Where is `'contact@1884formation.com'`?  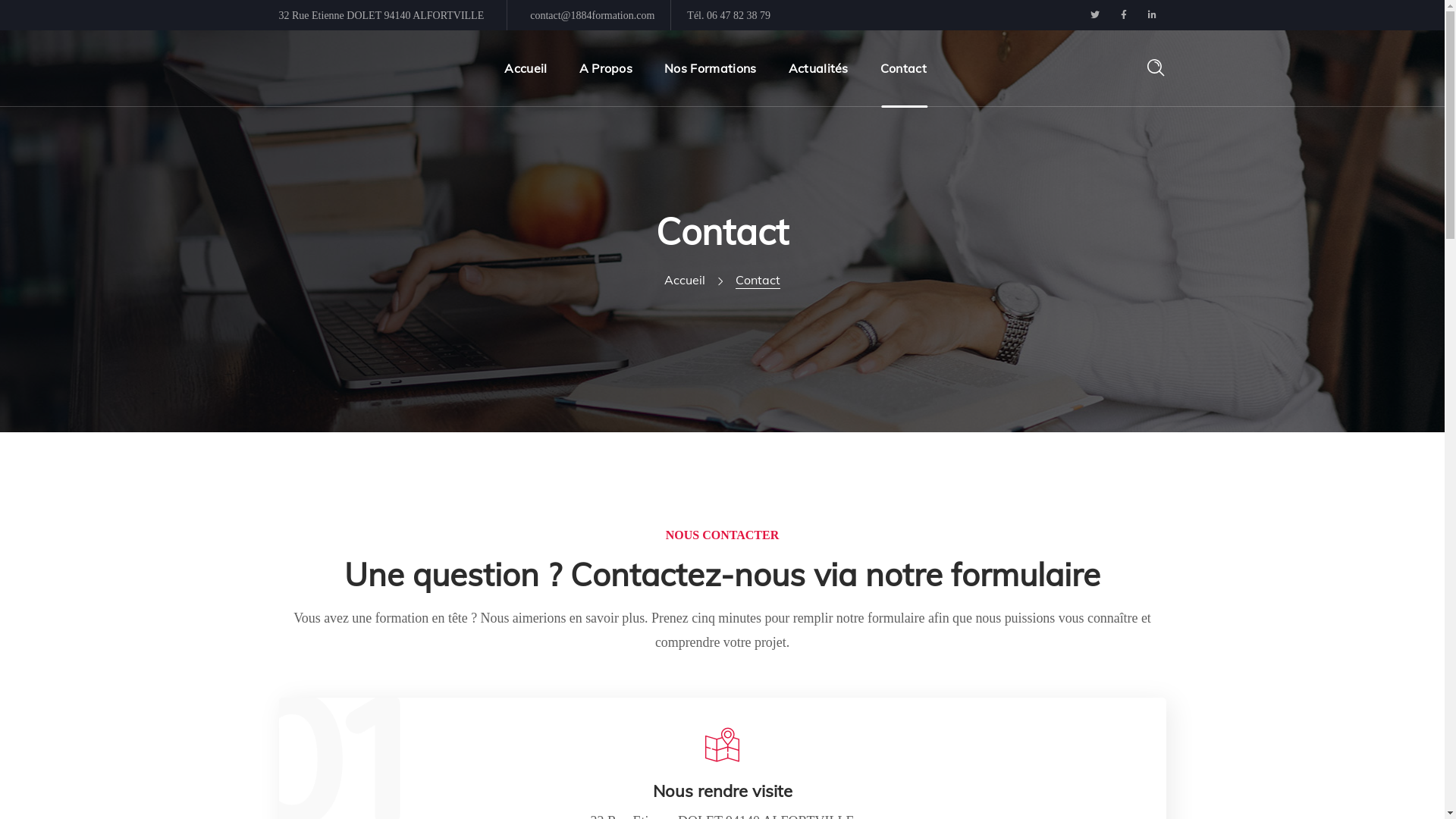
'contact@1884formation.com' is located at coordinates (591, 15).